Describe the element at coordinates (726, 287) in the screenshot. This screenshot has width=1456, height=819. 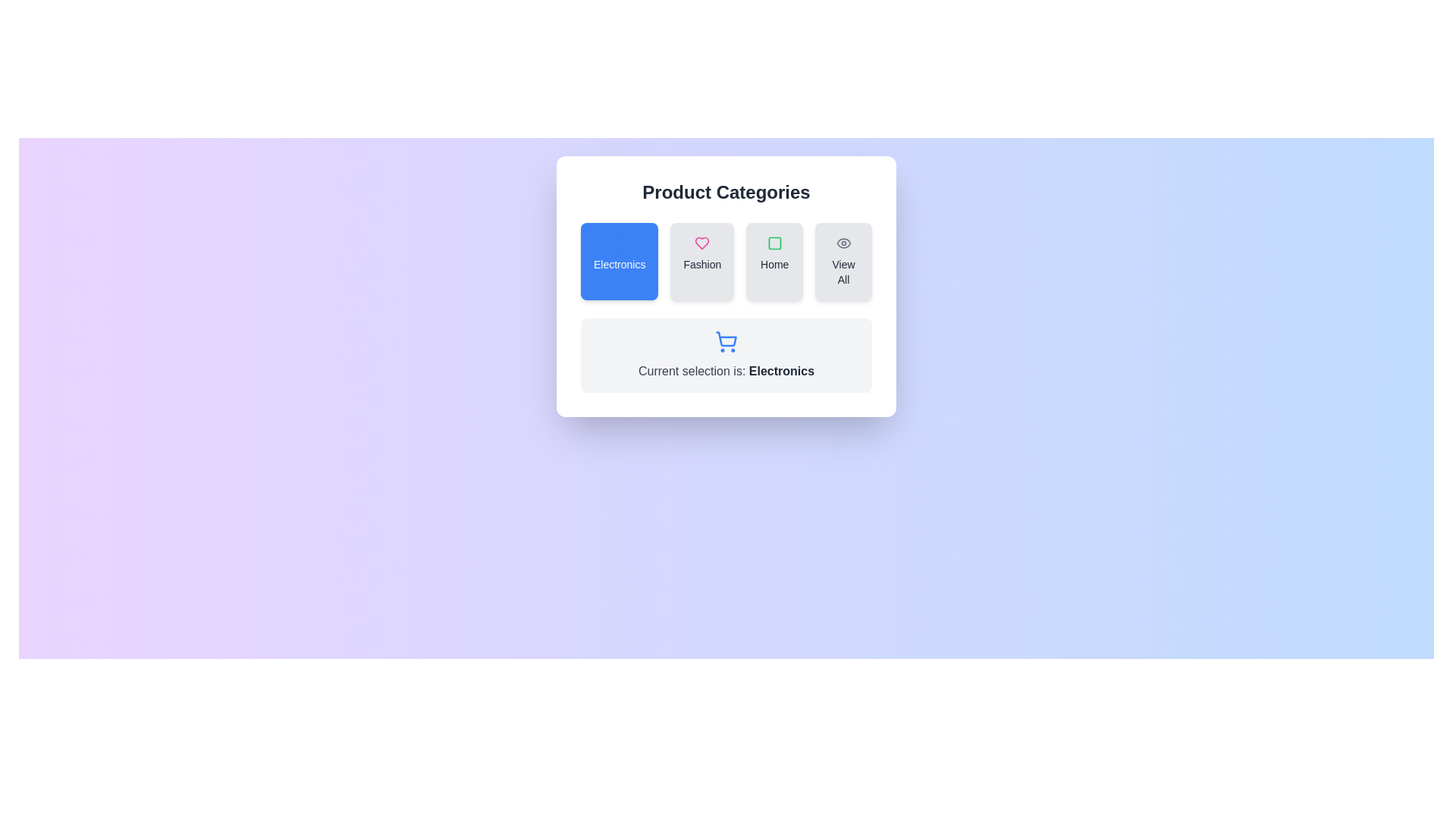
I see `the category selector component, which is a composite interactive element containing buttons and a status display` at that location.